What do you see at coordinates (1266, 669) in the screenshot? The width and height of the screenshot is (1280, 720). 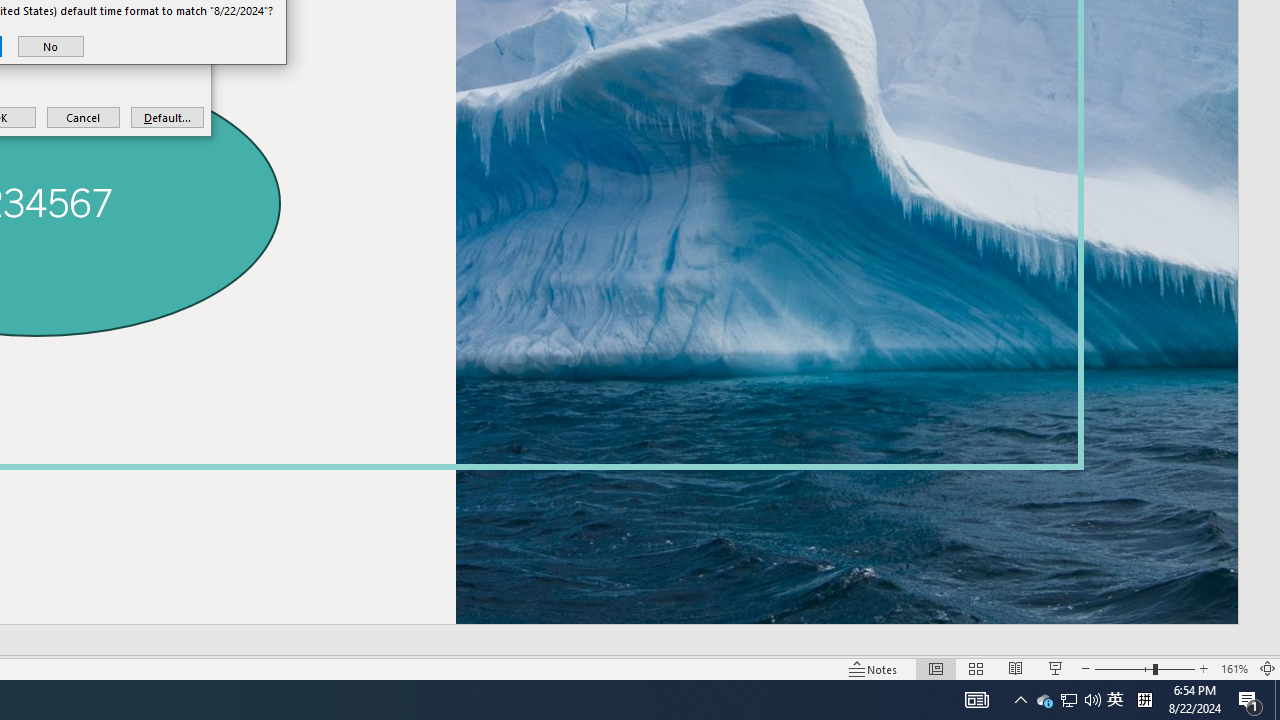 I see `'Zoom to Fit '` at bounding box center [1266, 669].